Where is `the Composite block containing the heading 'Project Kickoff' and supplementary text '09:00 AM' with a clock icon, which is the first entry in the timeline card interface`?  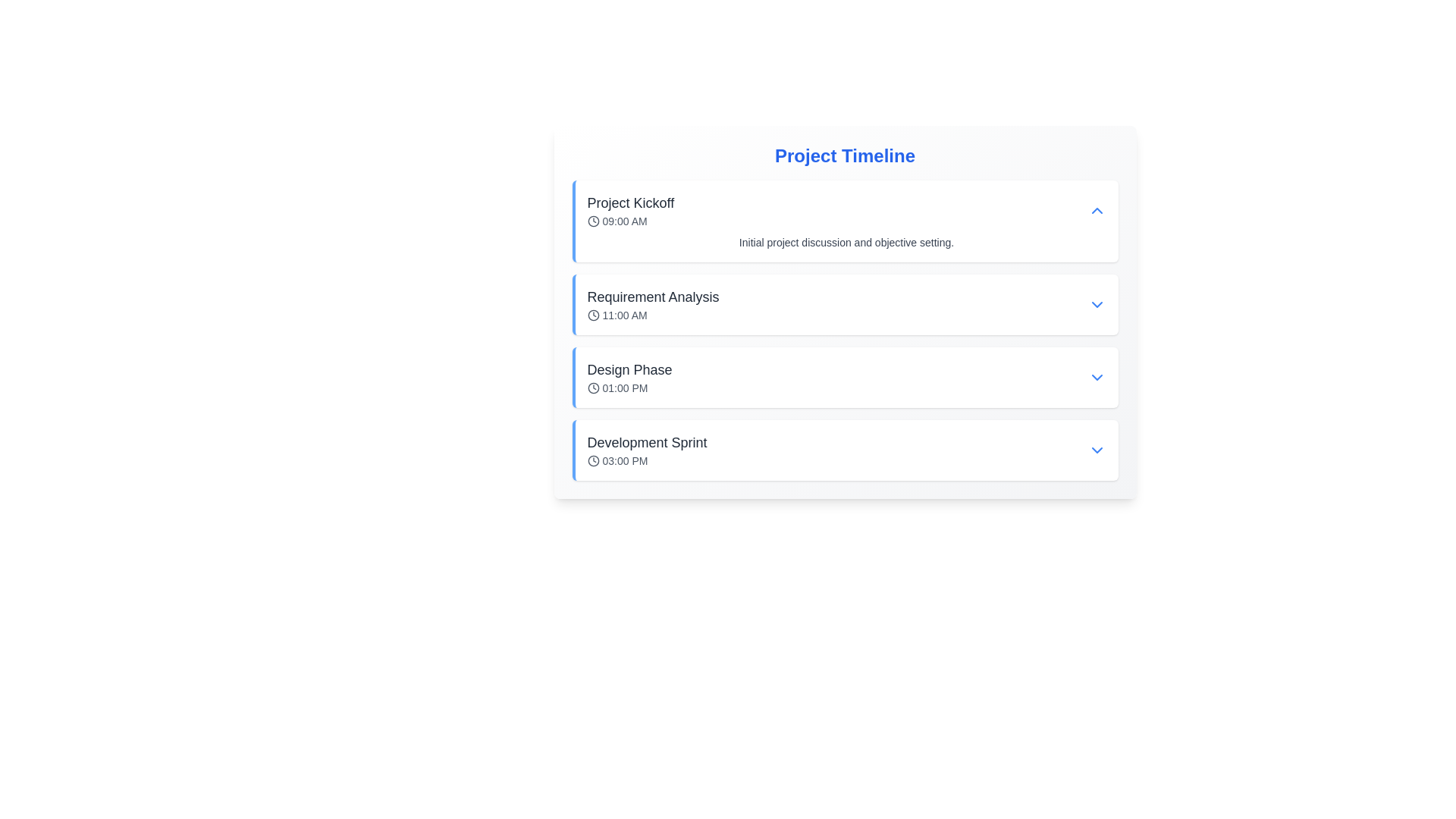
the Composite block containing the heading 'Project Kickoff' and supplementary text '09:00 AM' with a clock icon, which is the first entry in the timeline card interface is located at coordinates (630, 210).